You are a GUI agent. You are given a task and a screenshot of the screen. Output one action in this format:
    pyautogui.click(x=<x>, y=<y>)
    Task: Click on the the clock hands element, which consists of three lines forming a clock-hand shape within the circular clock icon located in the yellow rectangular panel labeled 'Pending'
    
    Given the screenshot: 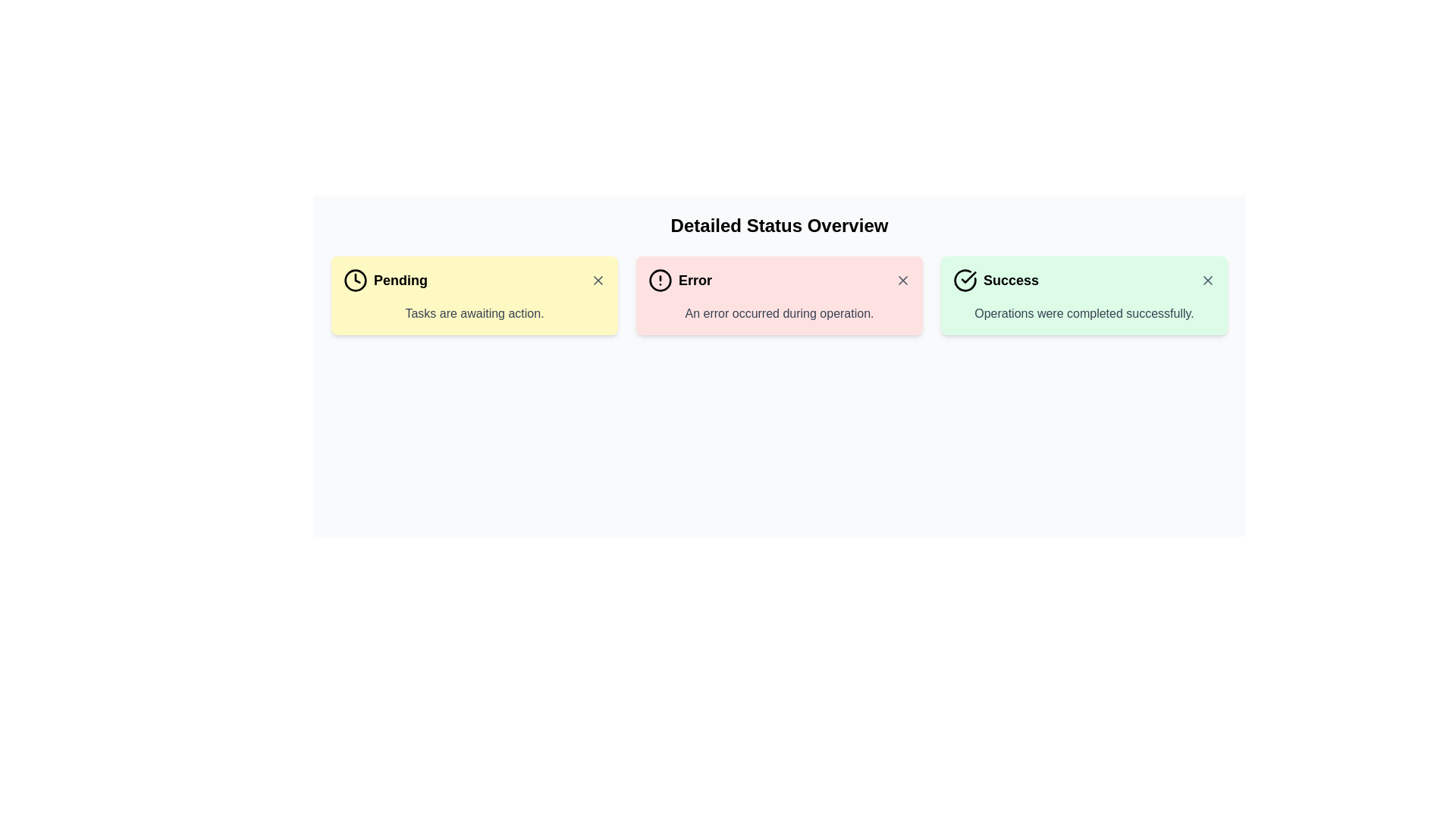 What is the action you would take?
    pyautogui.click(x=356, y=278)
    